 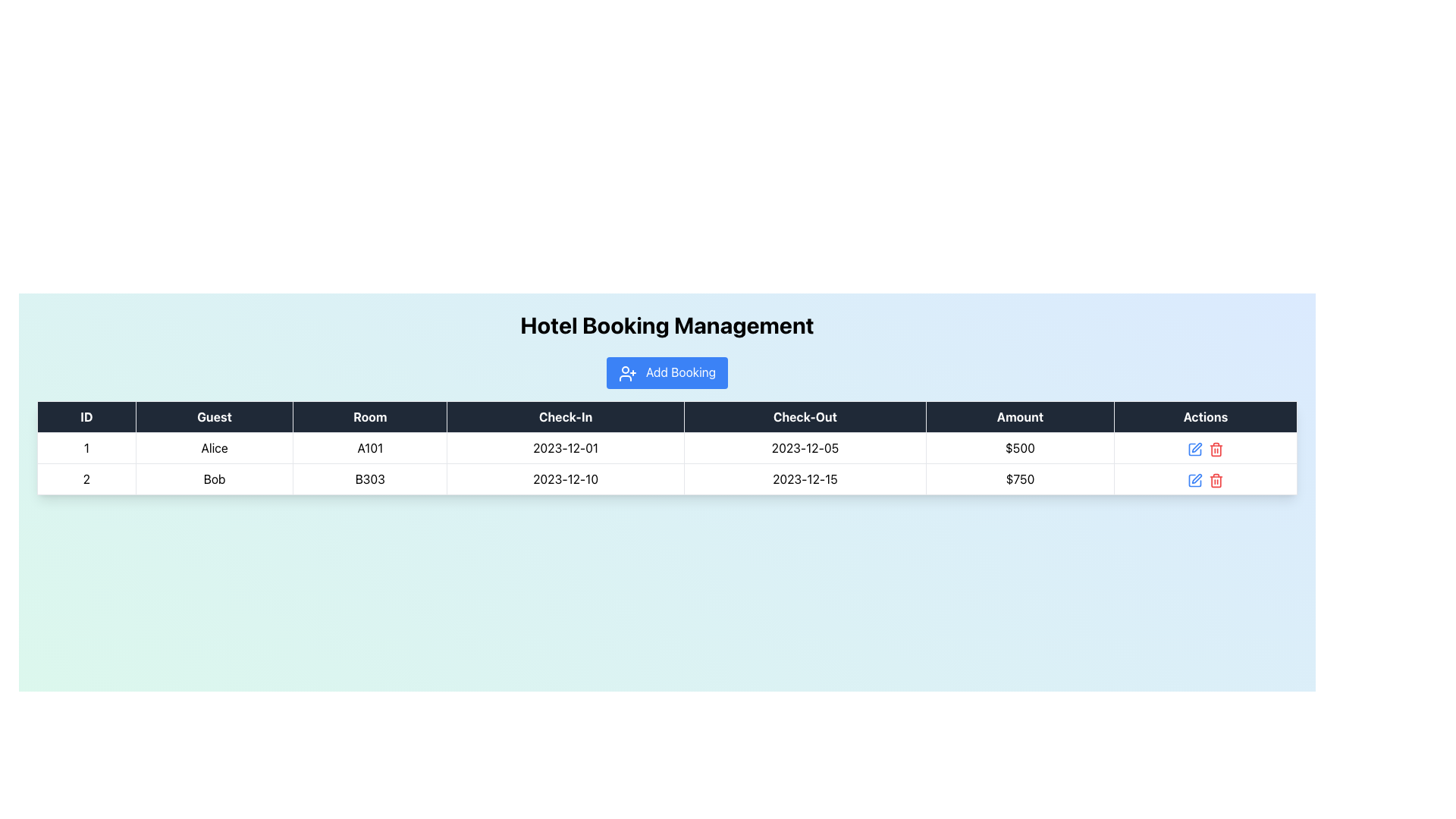 What do you see at coordinates (1194, 447) in the screenshot?
I see `the edit button icon located in the second row of the table under the 'Actions' column` at bounding box center [1194, 447].